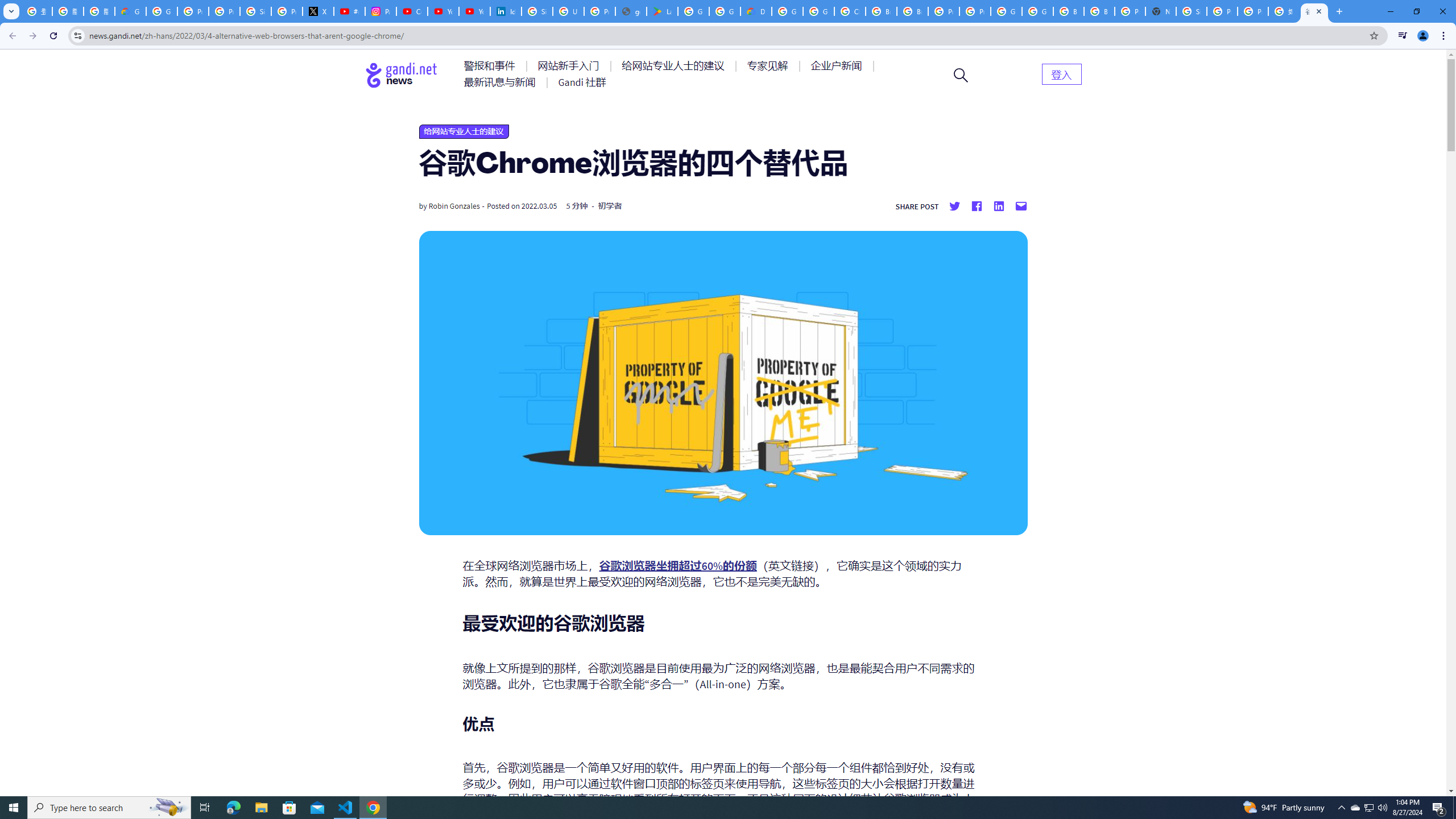 This screenshot has width=1456, height=819. Describe the element at coordinates (724, 11) in the screenshot. I see `'Google Workspace - Specific Terms'` at that location.